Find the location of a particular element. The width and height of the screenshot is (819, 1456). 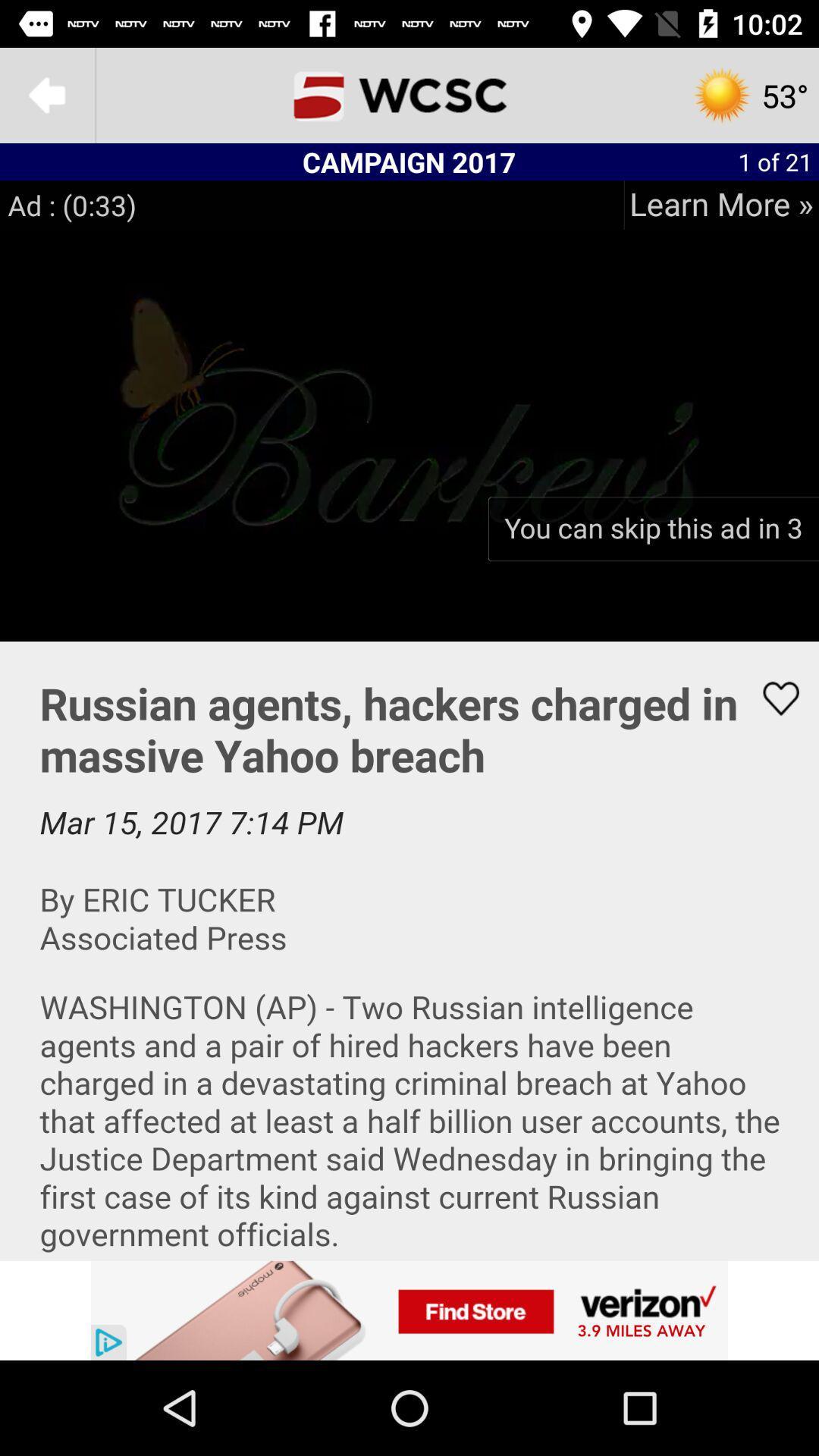

go back is located at coordinates (46, 94).